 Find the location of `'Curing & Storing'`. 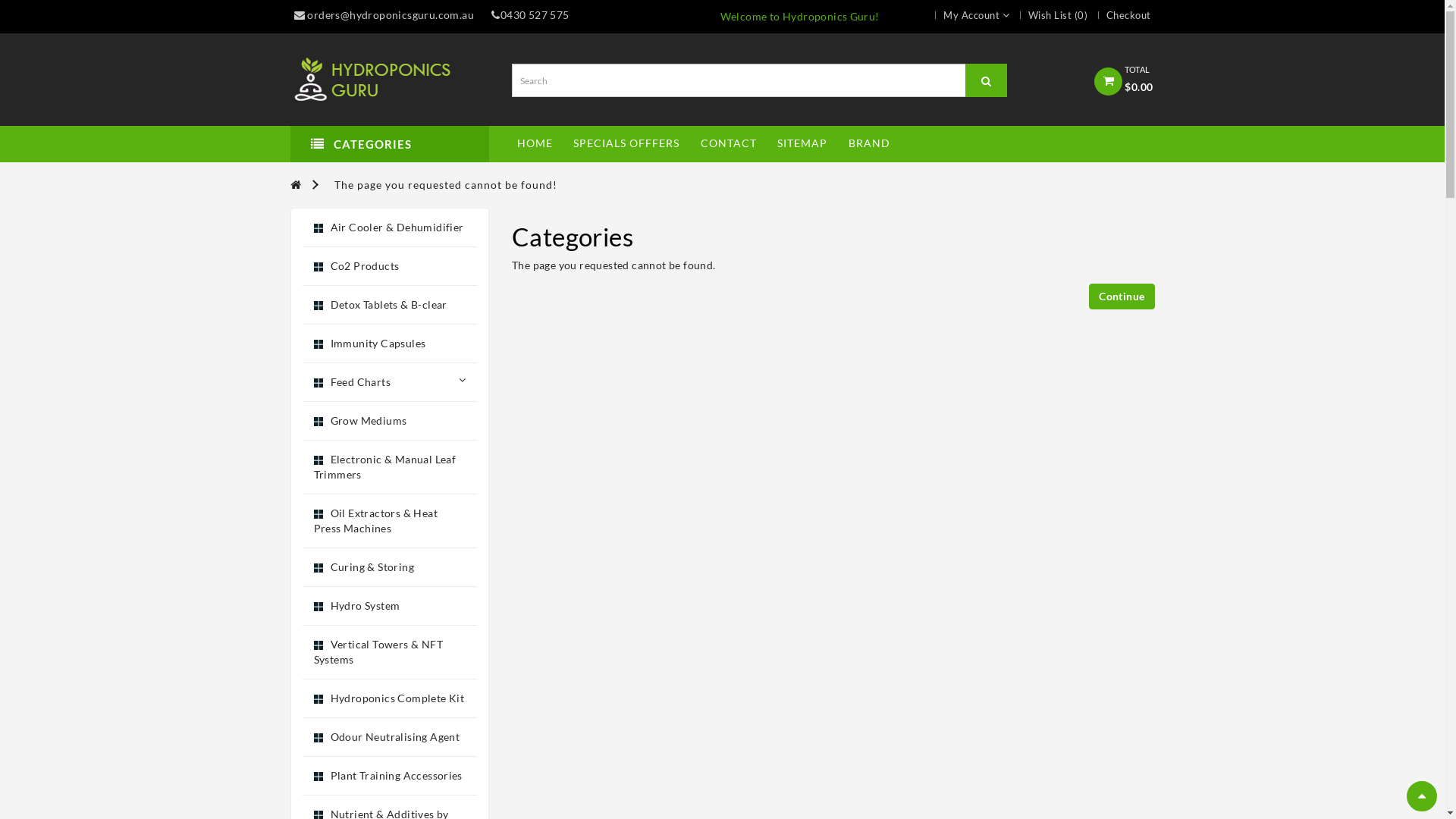

'Curing & Storing' is located at coordinates (389, 566).